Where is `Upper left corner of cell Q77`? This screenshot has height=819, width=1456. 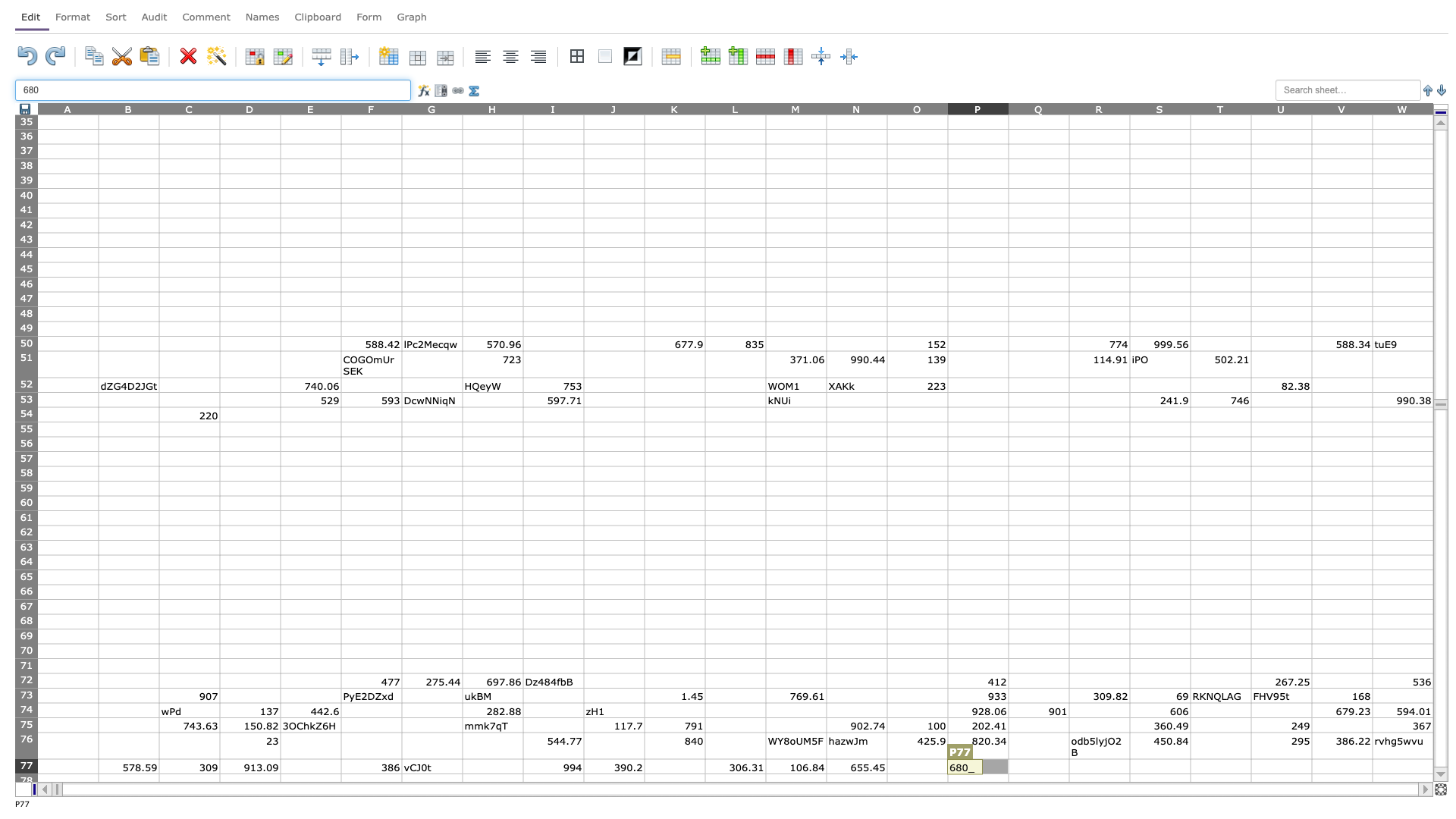 Upper left corner of cell Q77 is located at coordinates (1008, 759).